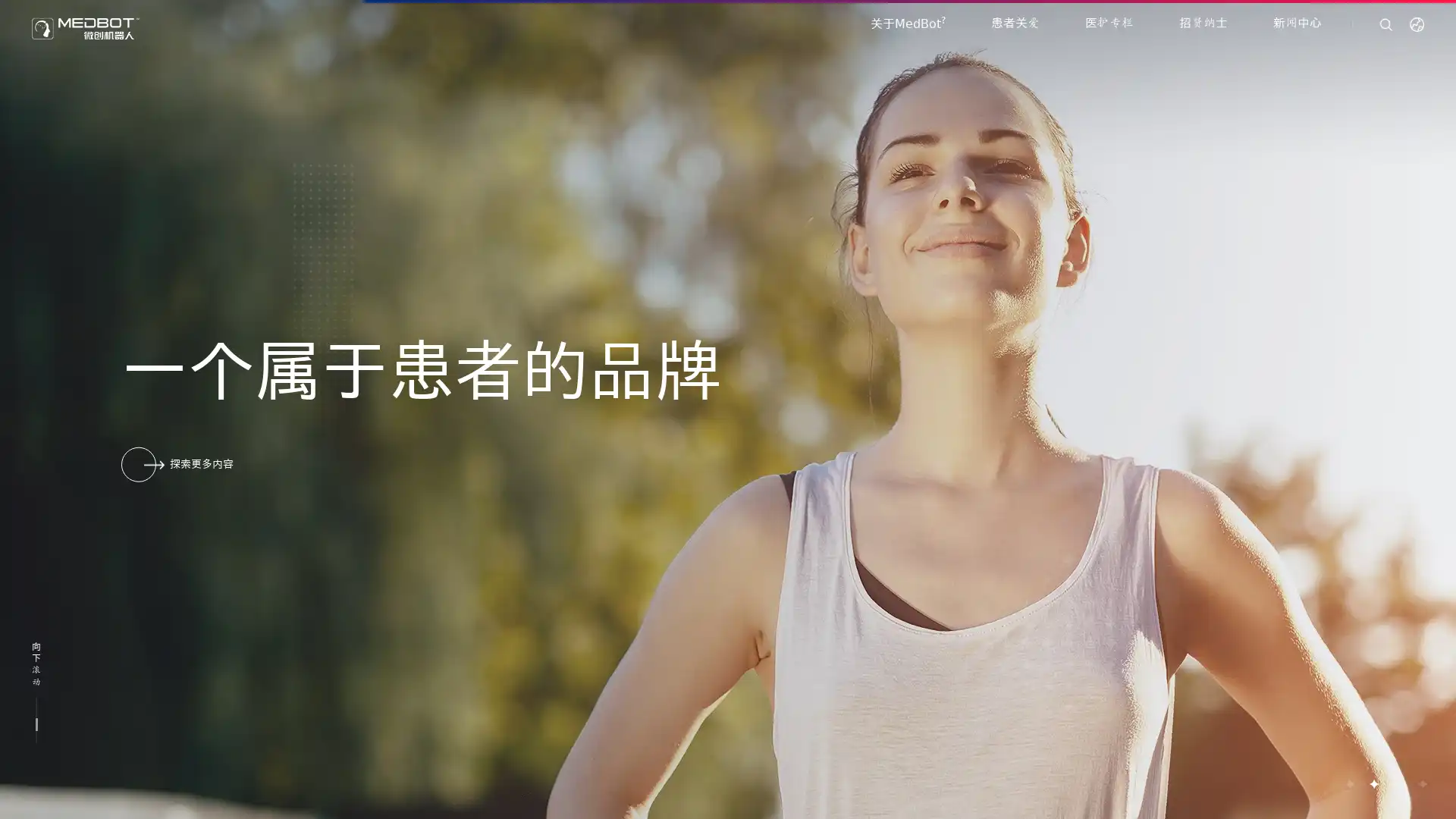 The image size is (1456, 819). What do you see at coordinates (1373, 783) in the screenshot?
I see `Go to slide 2` at bounding box center [1373, 783].